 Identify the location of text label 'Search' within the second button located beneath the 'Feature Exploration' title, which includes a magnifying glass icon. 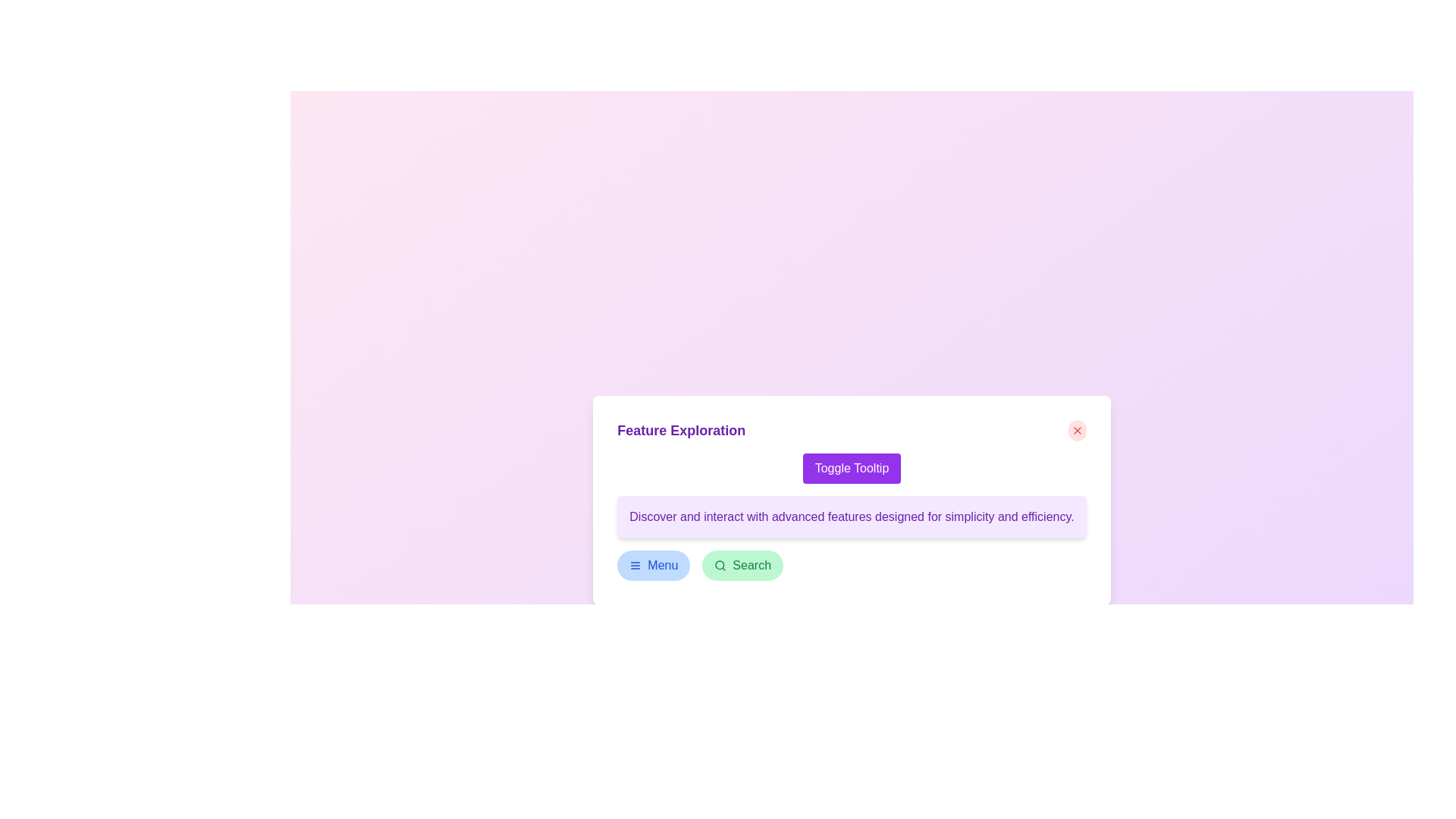
(752, 565).